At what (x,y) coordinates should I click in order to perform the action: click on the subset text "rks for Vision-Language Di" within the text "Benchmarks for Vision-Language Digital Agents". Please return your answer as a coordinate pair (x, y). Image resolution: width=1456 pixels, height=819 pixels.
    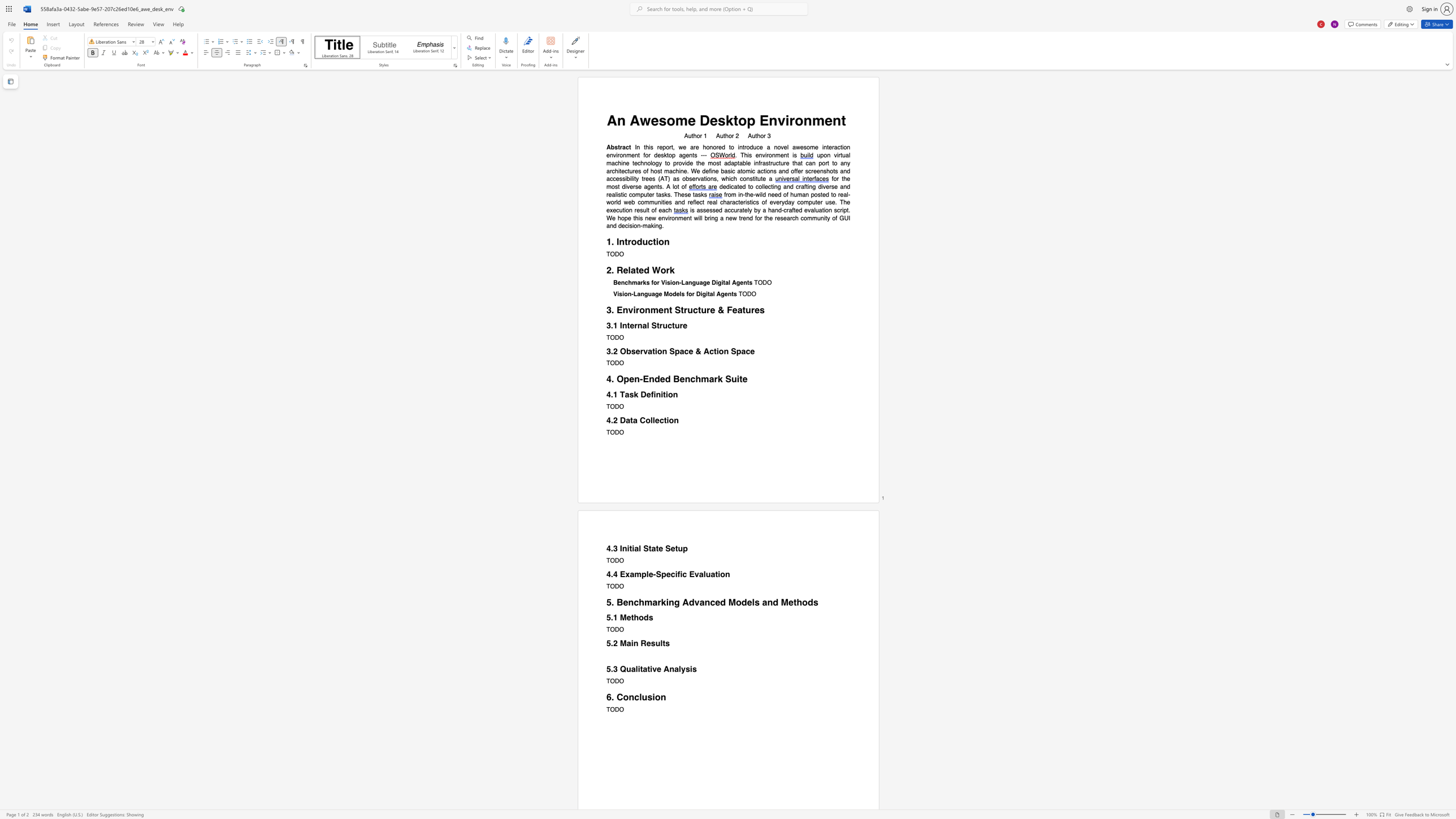
    Looking at the image, I should click on (640, 283).